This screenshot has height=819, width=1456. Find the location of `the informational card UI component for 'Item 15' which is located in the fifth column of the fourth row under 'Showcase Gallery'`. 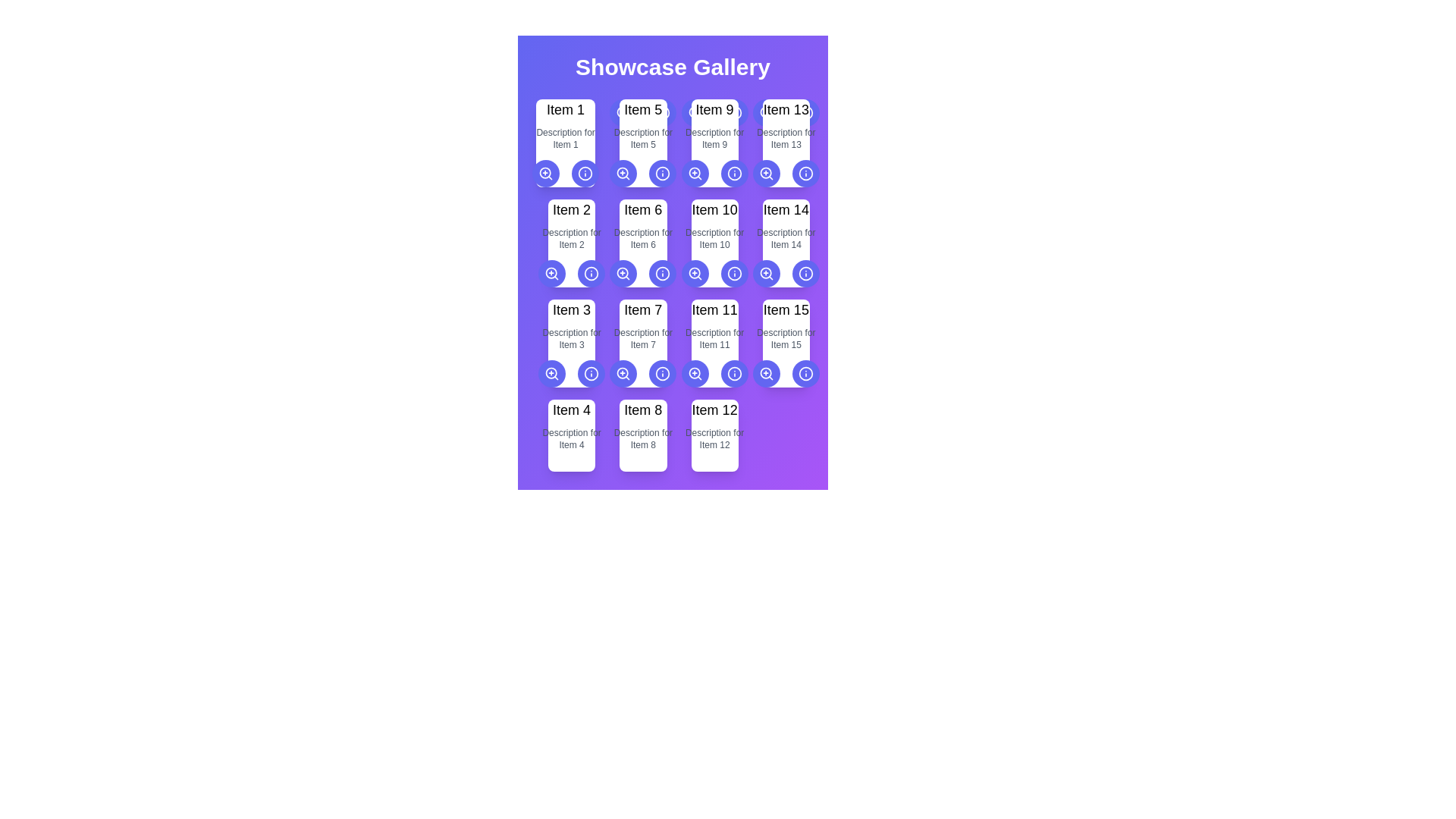

the informational card UI component for 'Item 15' which is located in the fifth column of the fourth row under 'Showcase Gallery' is located at coordinates (786, 343).